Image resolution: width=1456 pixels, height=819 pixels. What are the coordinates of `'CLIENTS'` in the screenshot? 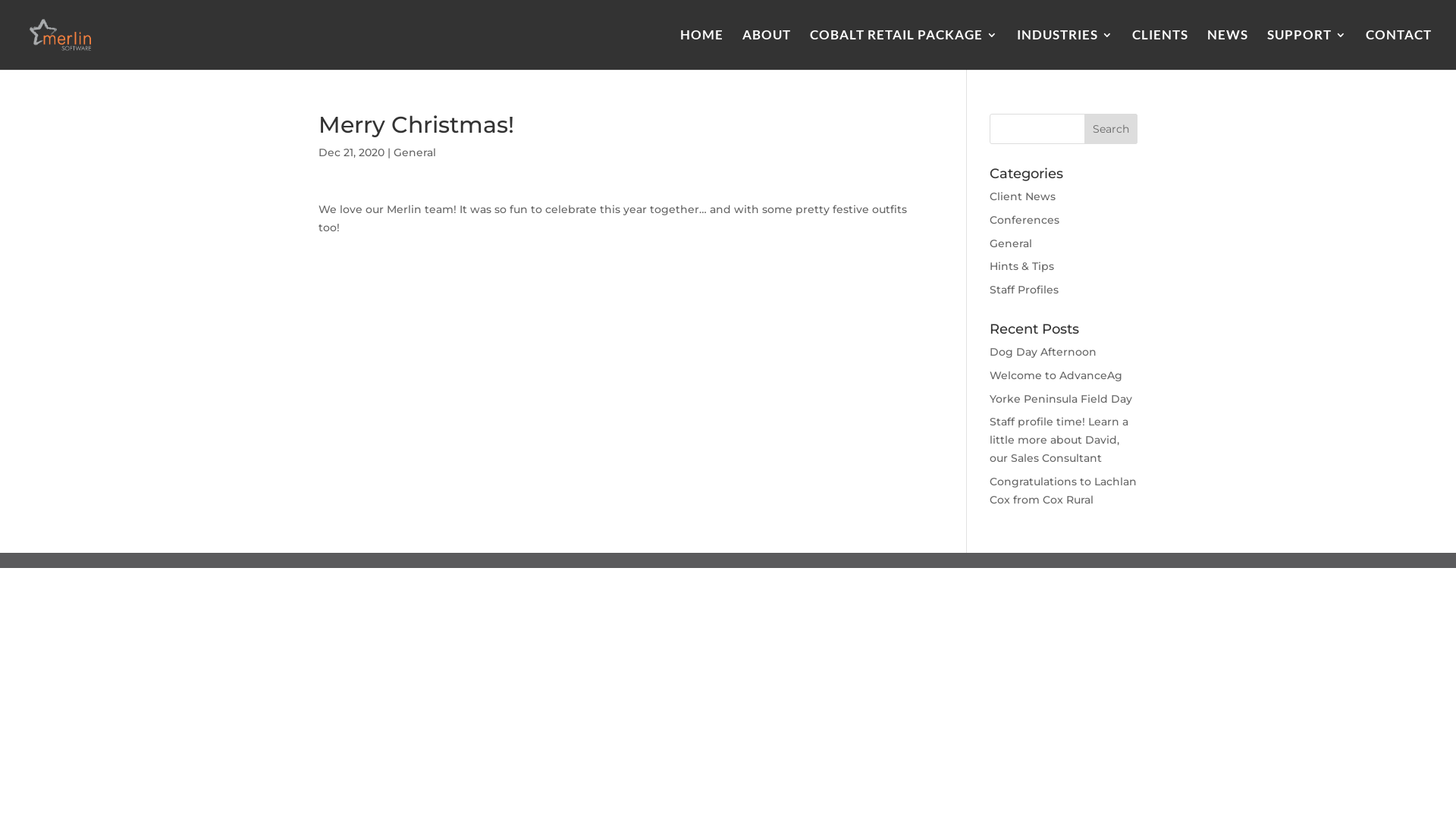 It's located at (1159, 49).